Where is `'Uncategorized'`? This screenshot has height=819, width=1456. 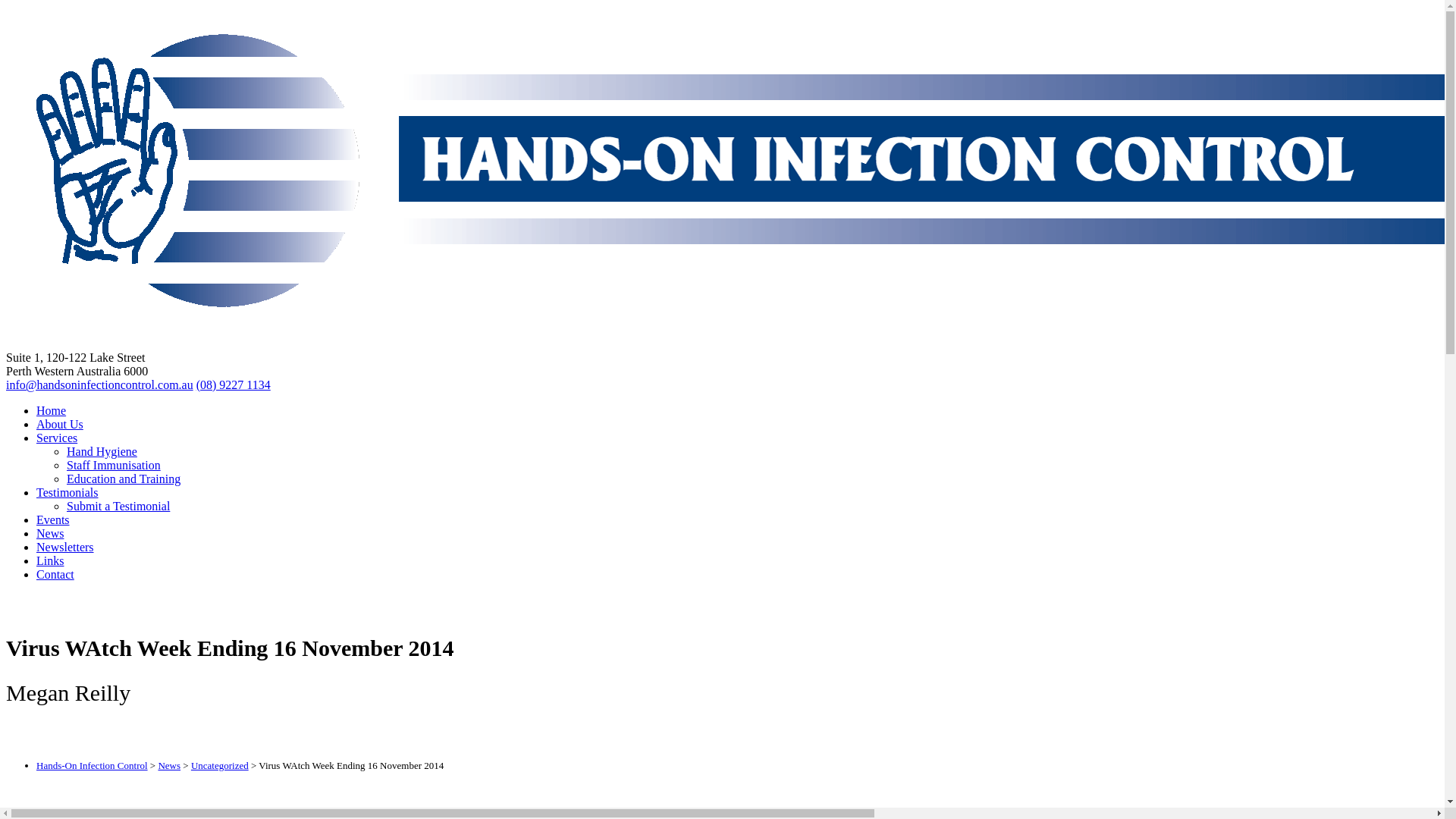 'Uncategorized' is located at coordinates (218, 765).